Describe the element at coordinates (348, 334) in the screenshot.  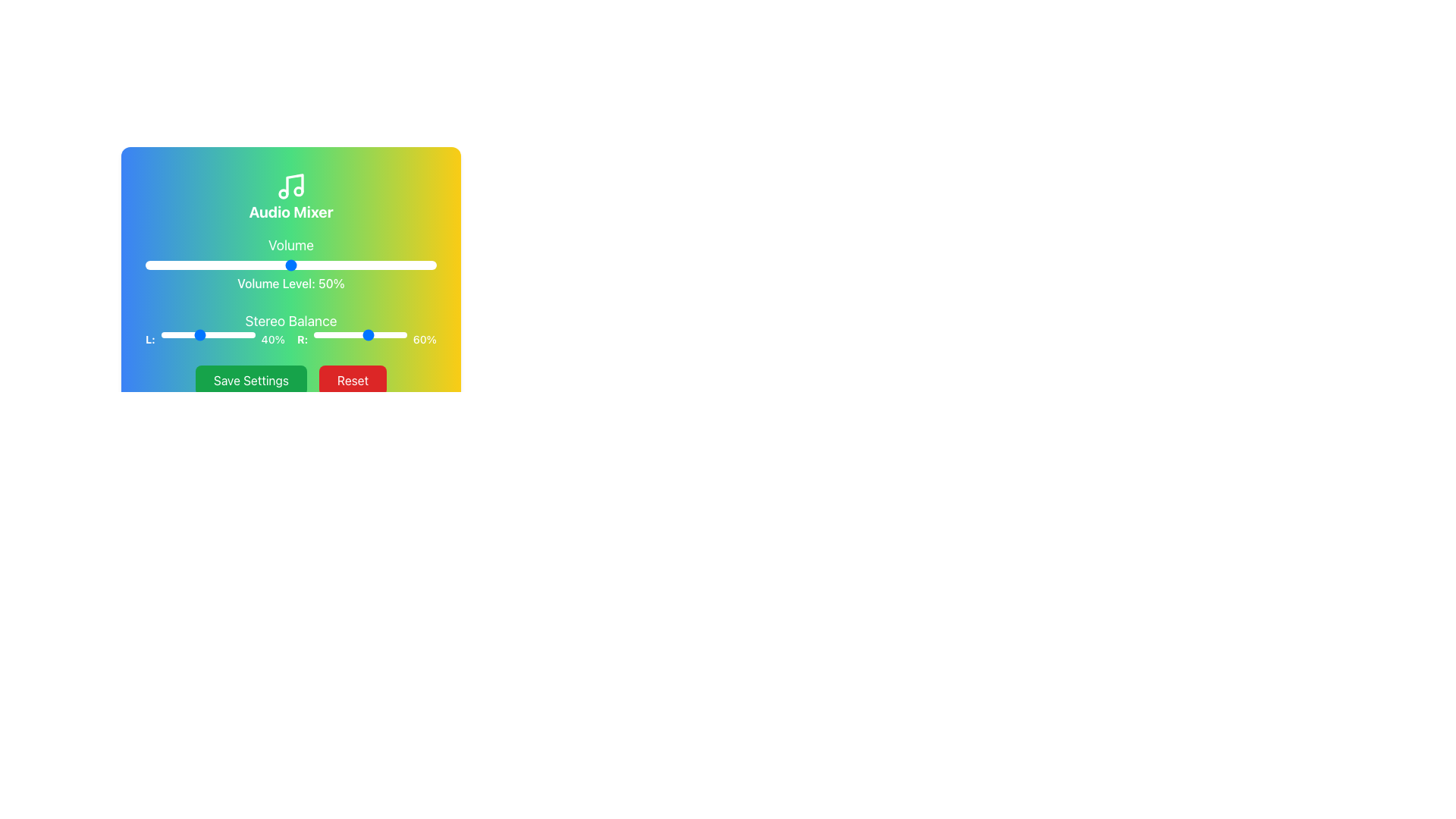
I see `the R value` at that location.